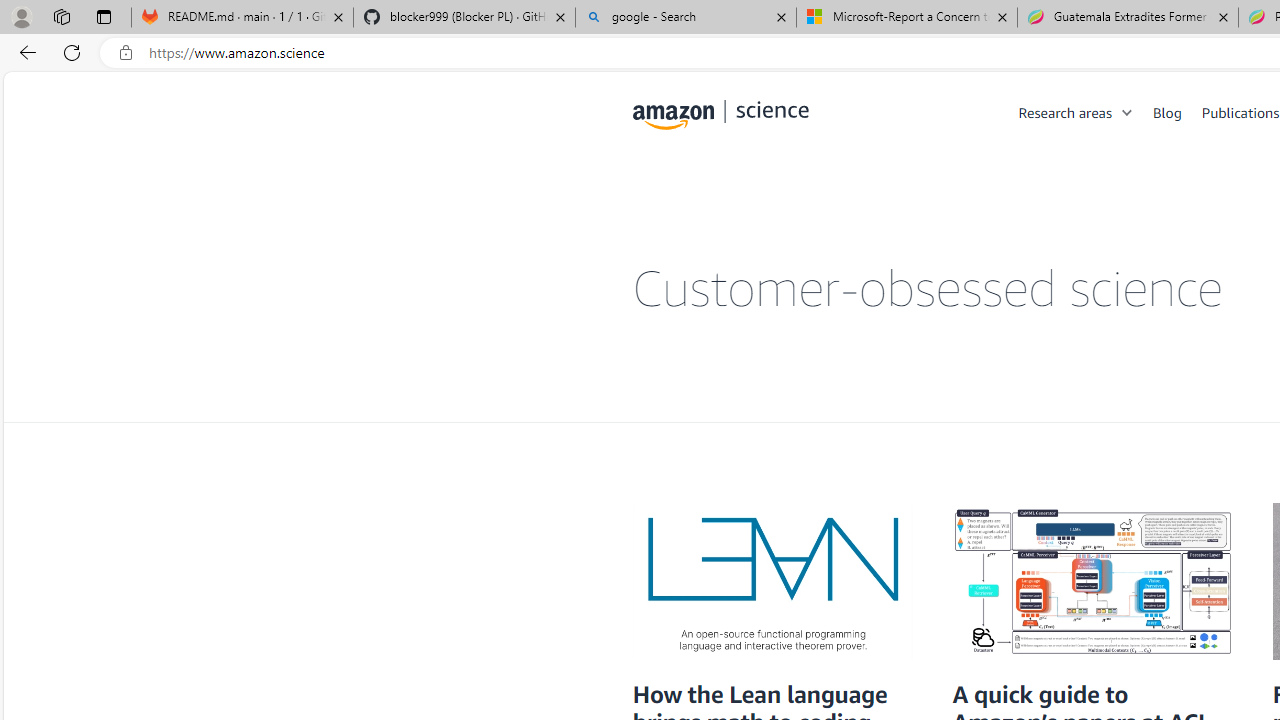  I want to click on 'home page', so click(720, 110).